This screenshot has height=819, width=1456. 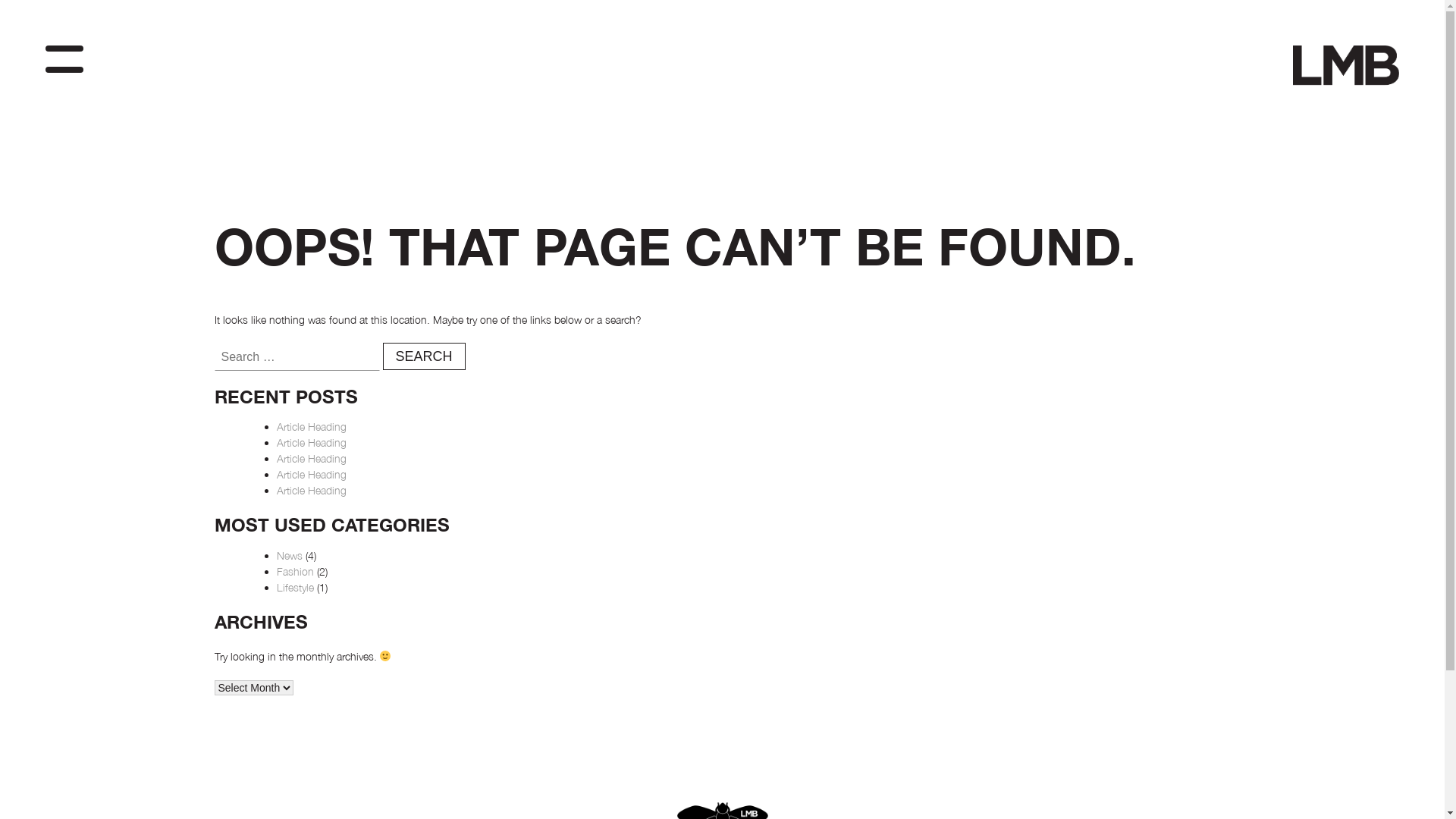 What do you see at coordinates (309, 442) in the screenshot?
I see `'Article Heading'` at bounding box center [309, 442].